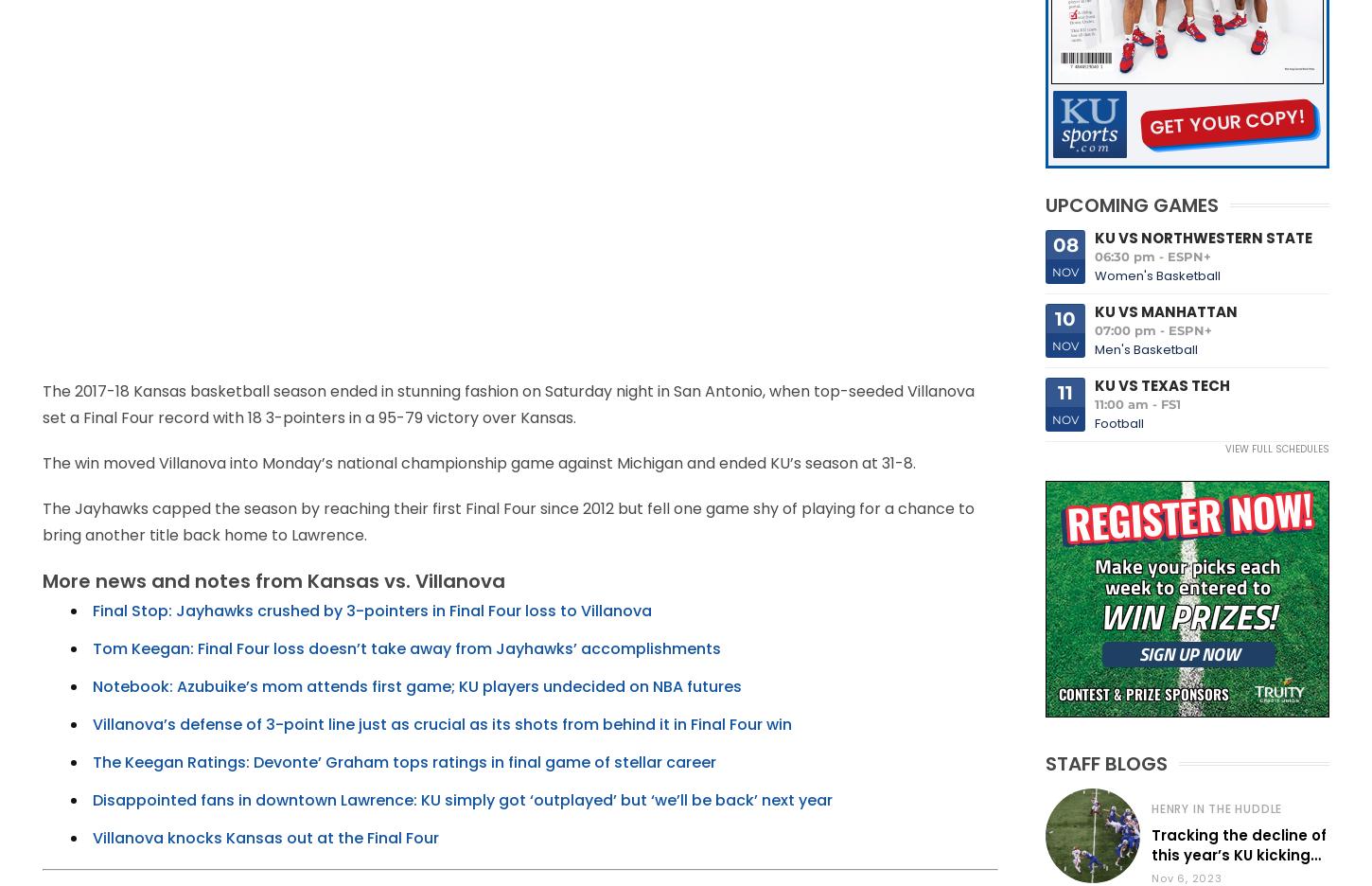 This screenshot has width=1372, height=886. What do you see at coordinates (1157, 275) in the screenshot?
I see `'Women's Basketball'` at bounding box center [1157, 275].